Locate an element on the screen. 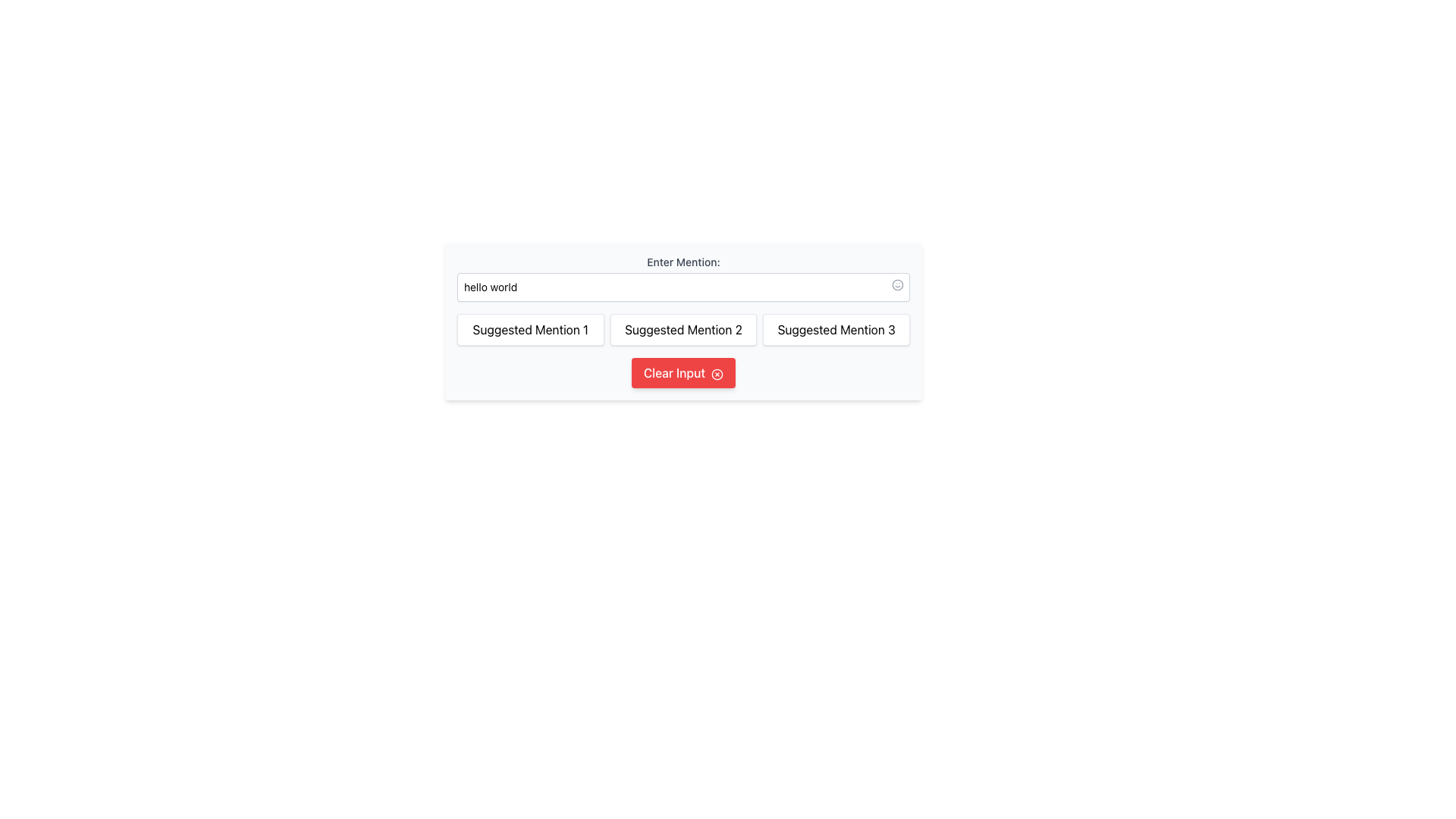  the button that clears the input field, located below the 'Suggested Mention 2' button, to observe hover effects is located at coordinates (682, 373).